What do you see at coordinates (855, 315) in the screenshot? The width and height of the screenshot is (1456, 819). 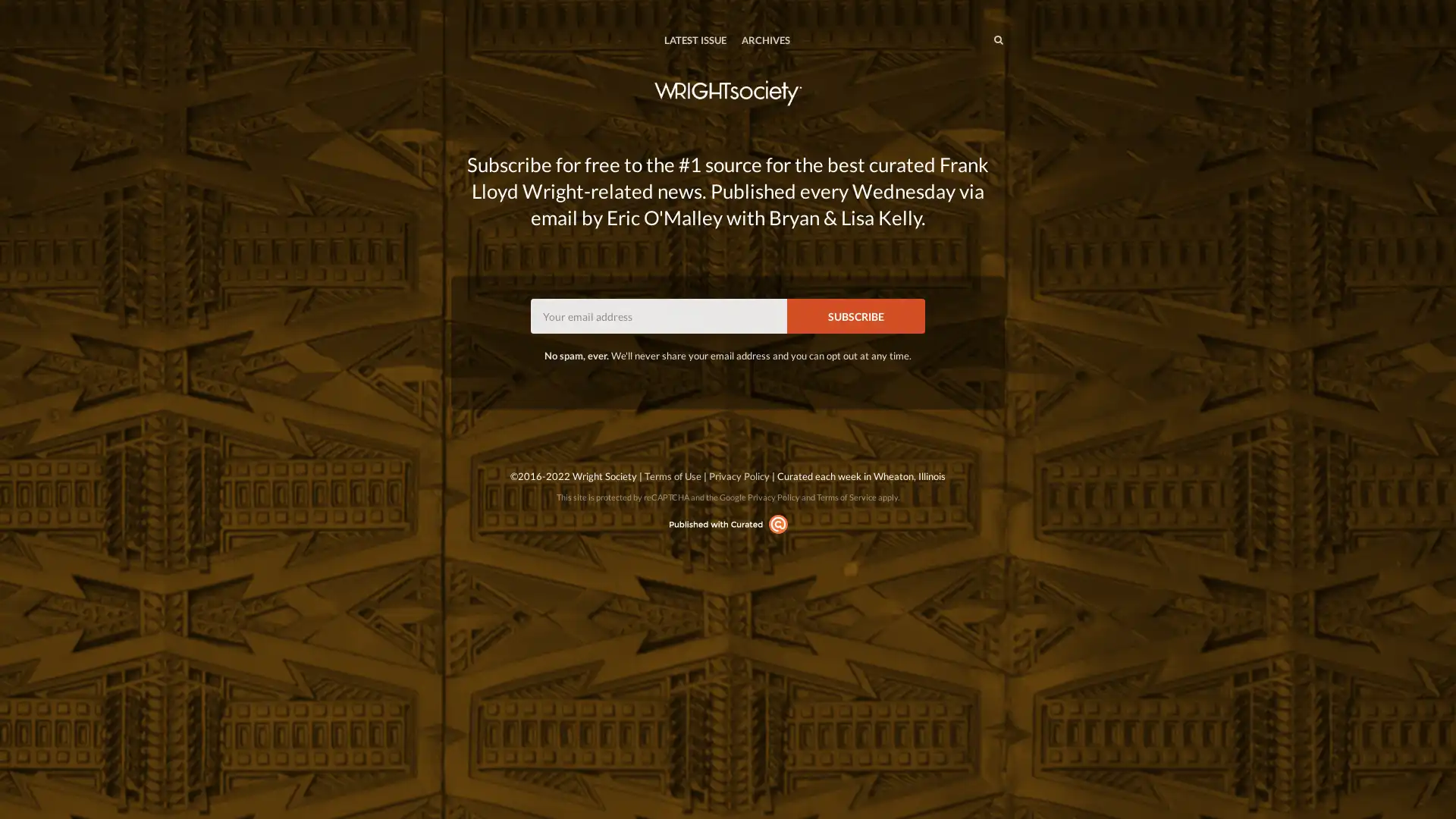 I see `SUBSCRIBE` at bounding box center [855, 315].